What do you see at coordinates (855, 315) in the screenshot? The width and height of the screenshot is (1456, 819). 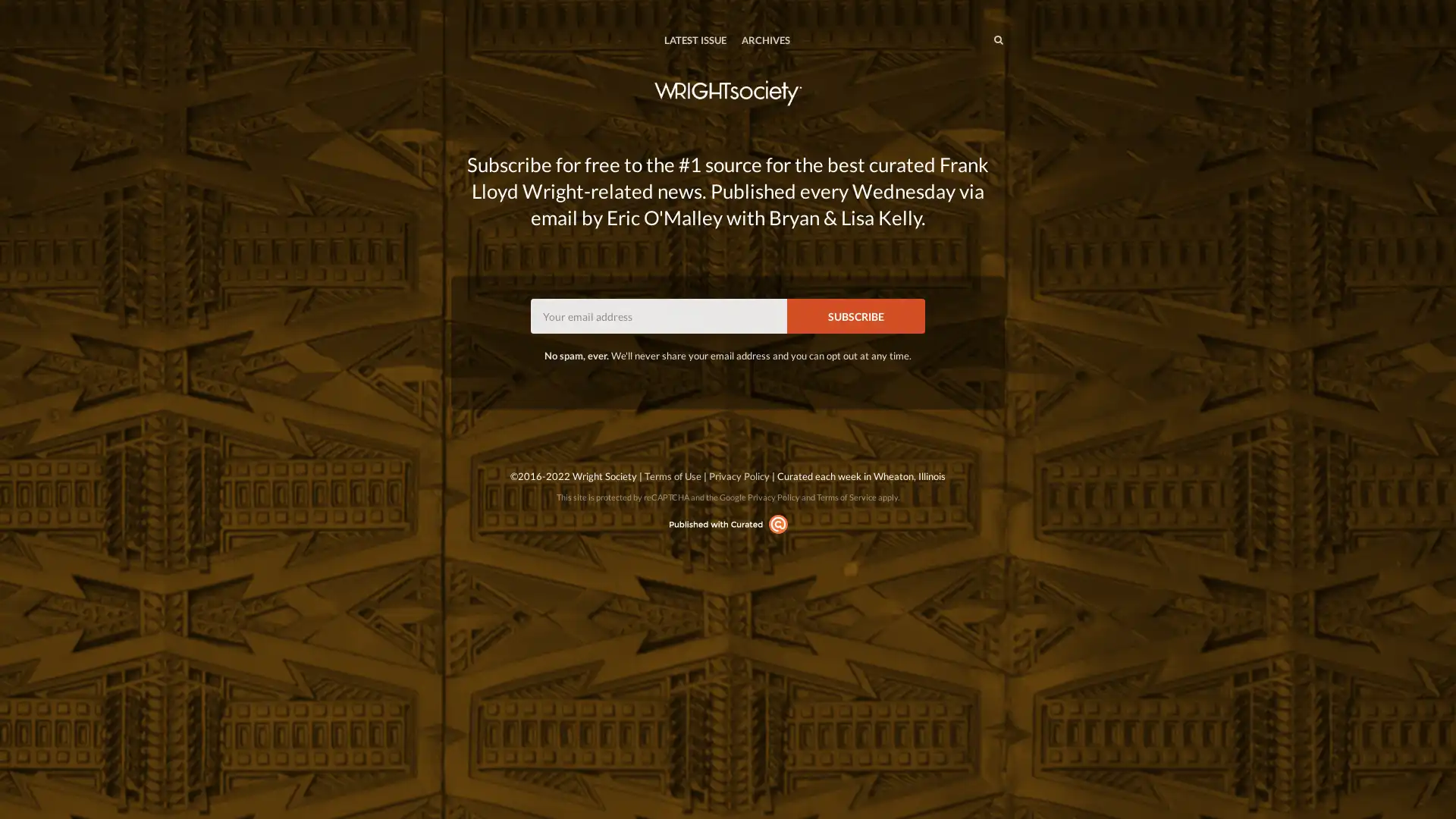 I see `SUBSCRIBE` at bounding box center [855, 315].